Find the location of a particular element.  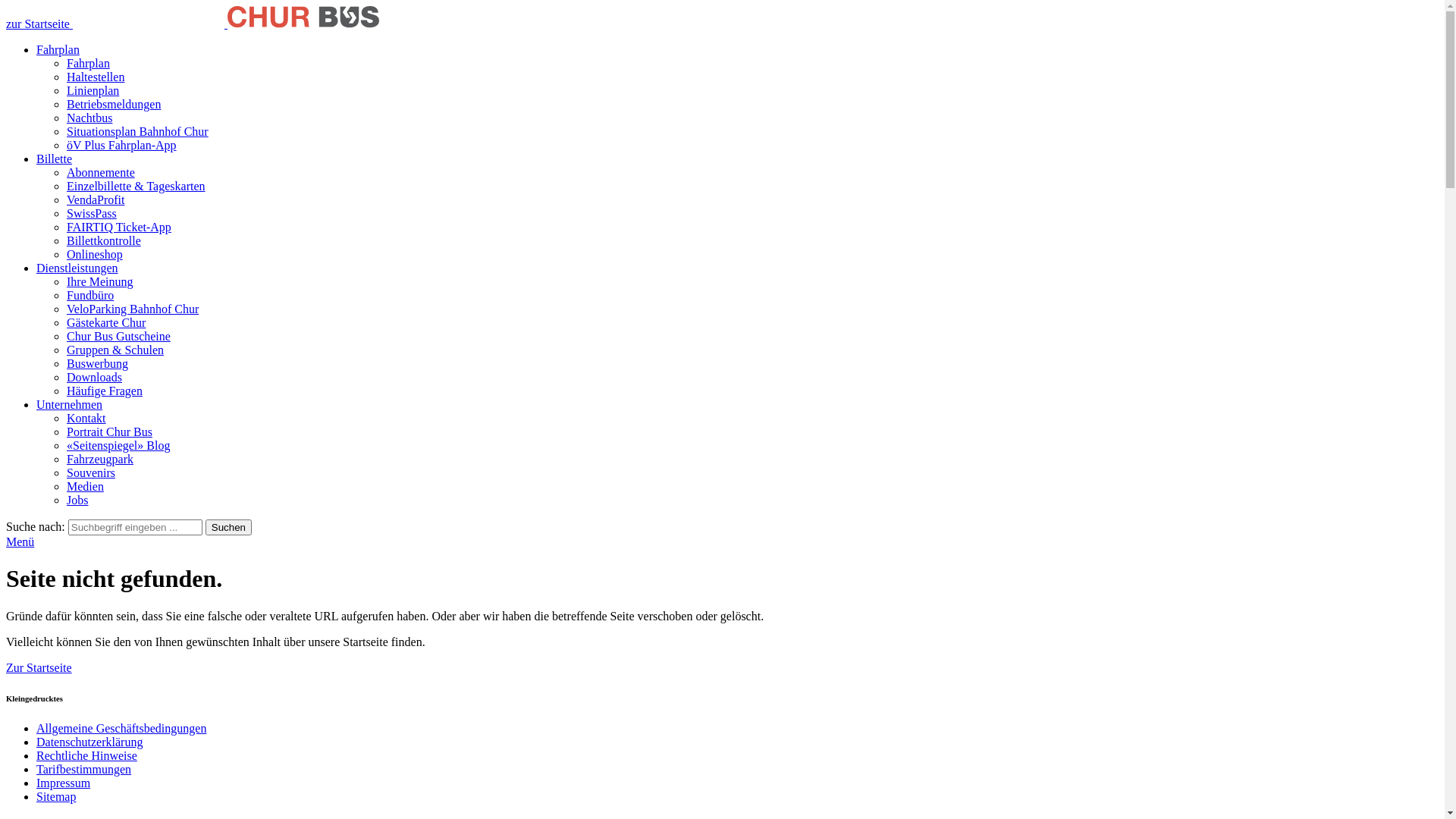

'Souvenirs' is located at coordinates (65, 472).